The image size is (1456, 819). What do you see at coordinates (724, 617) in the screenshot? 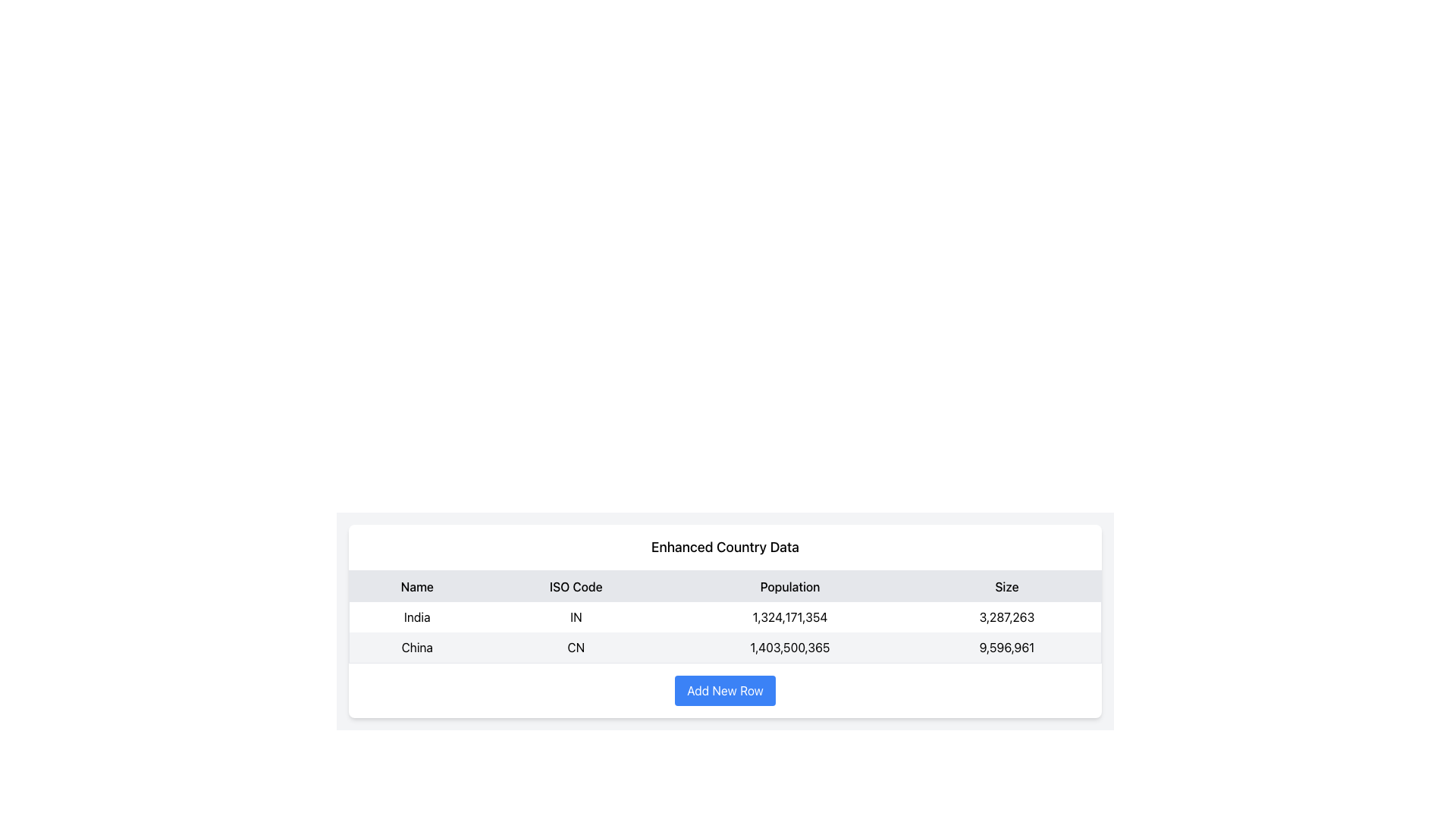
I see `the content cells of the table row displaying detailed information about the country 'India', located in the first data row of the 'Enhanced Country Data' table` at bounding box center [724, 617].